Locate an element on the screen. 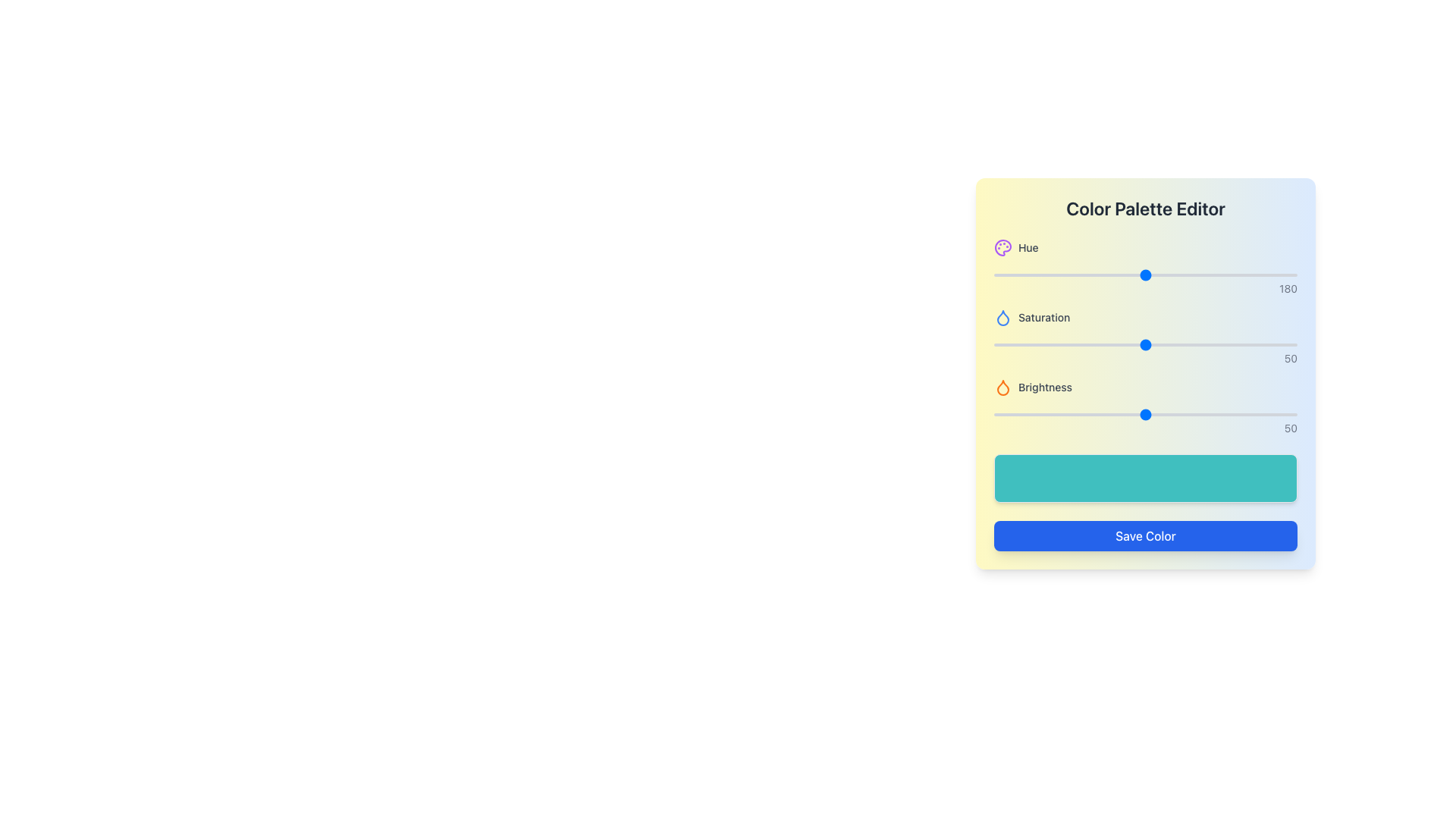 The height and width of the screenshot is (819, 1456). the brightness is located at coordinates (1136, 415).